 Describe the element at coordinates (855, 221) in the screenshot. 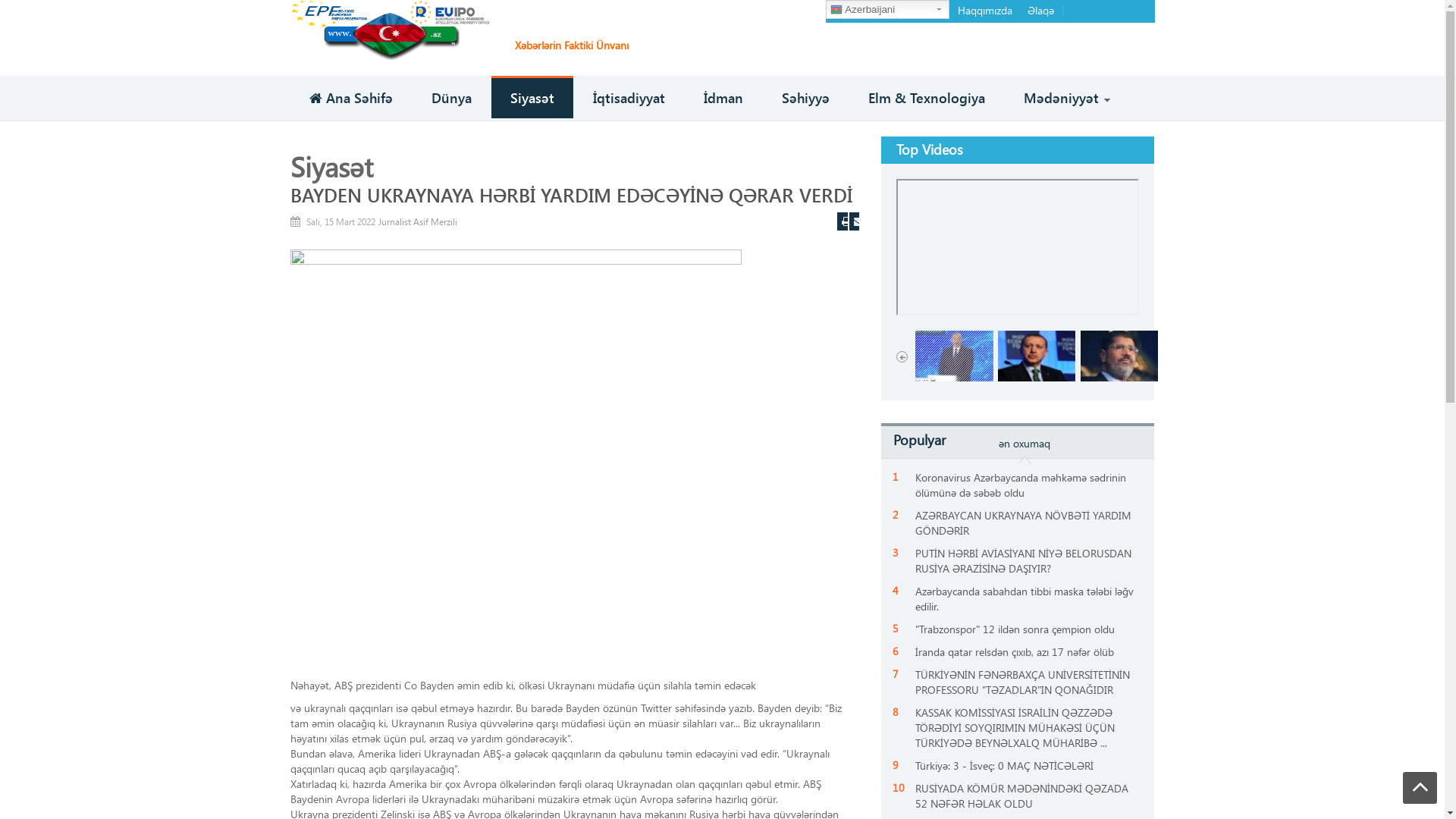

I see `'Email'` at that location.